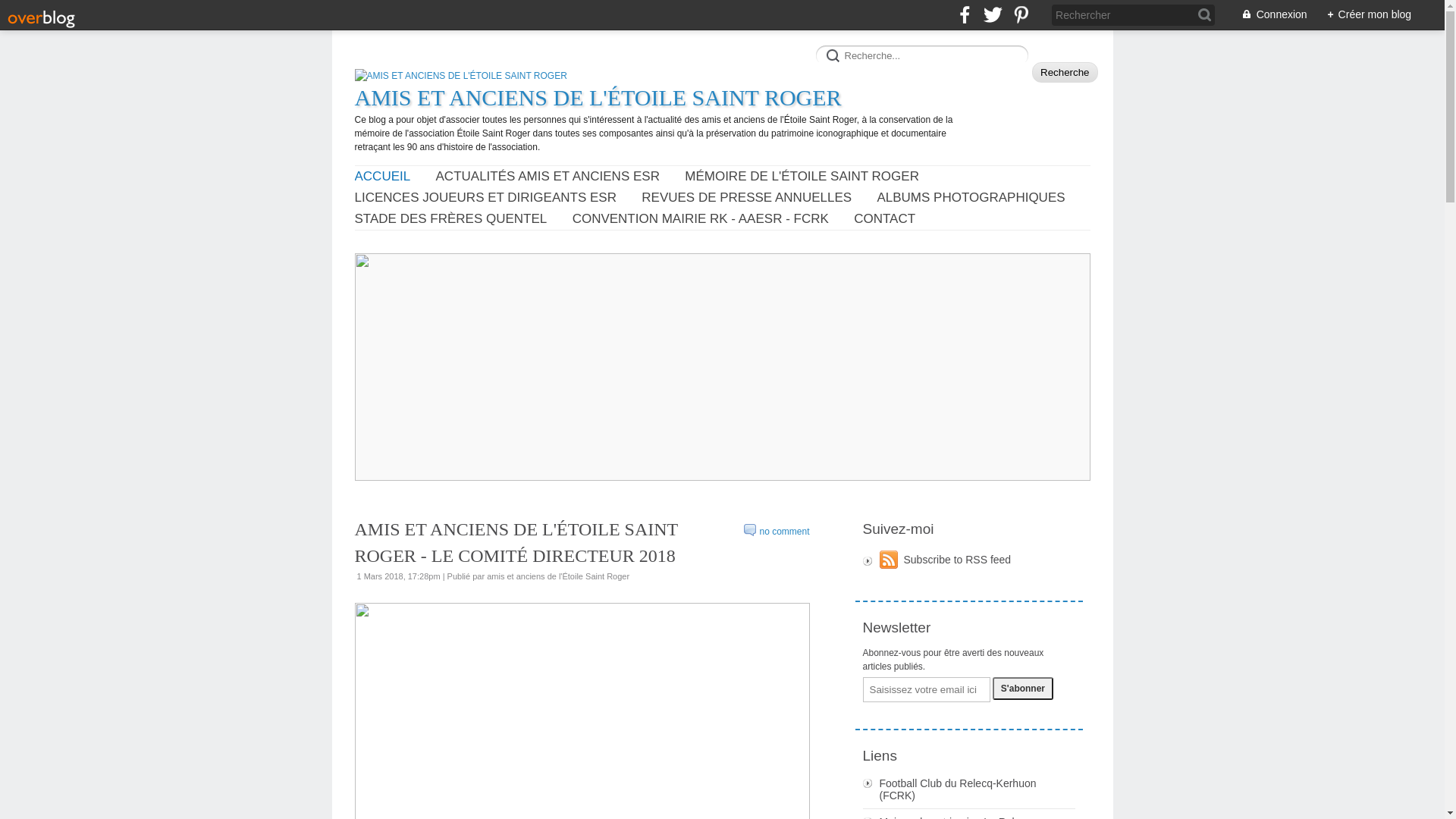 Image resolution: width=1456 pixels, height=819 pixels. I want to click on 'S'abonner', so click(1022, 688).